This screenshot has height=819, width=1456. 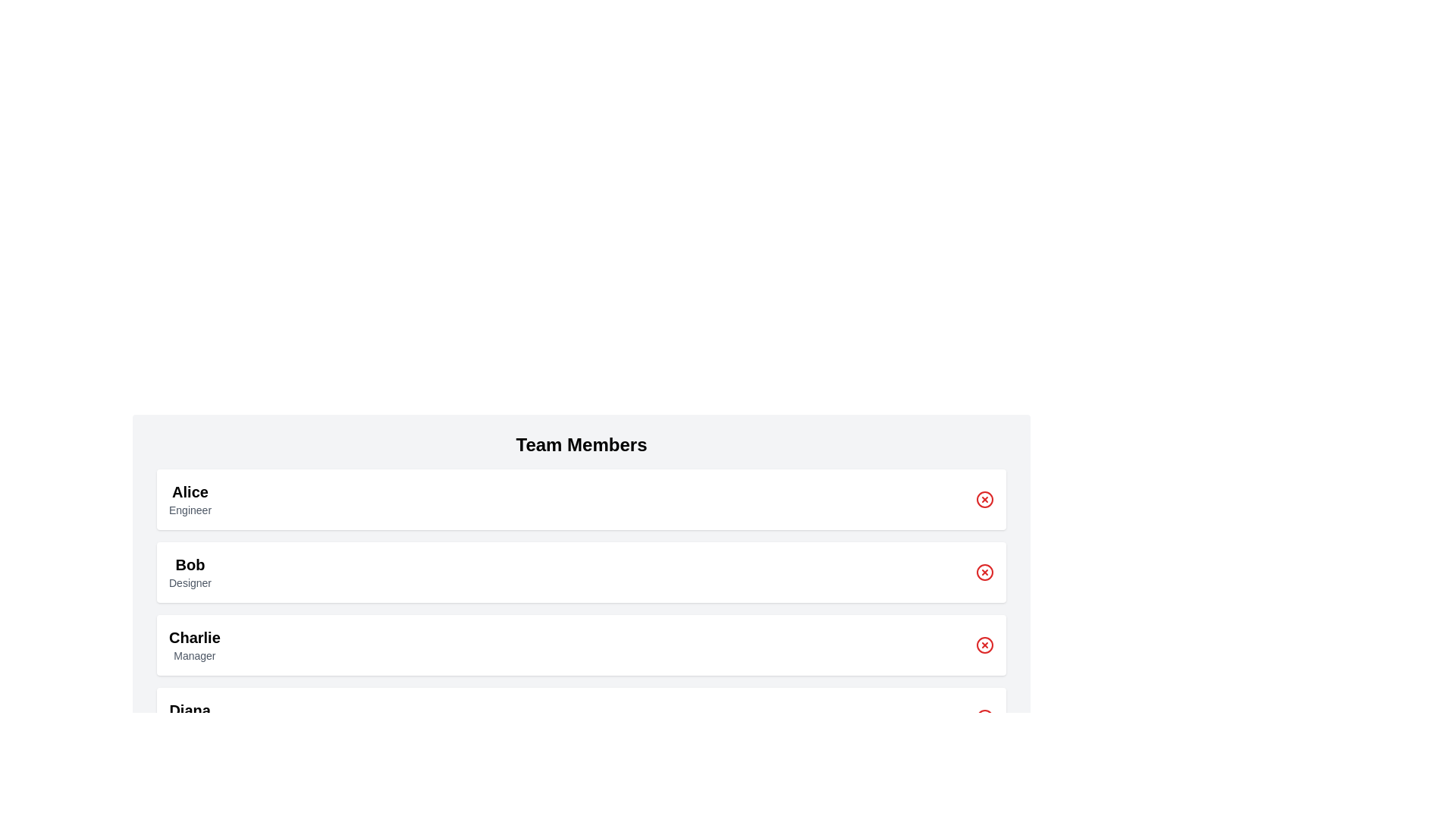 I want to click on the composite text label displaying user information for 'Alice' the Engineer, which is the first item in the team members list, so click(x=189, y=500).